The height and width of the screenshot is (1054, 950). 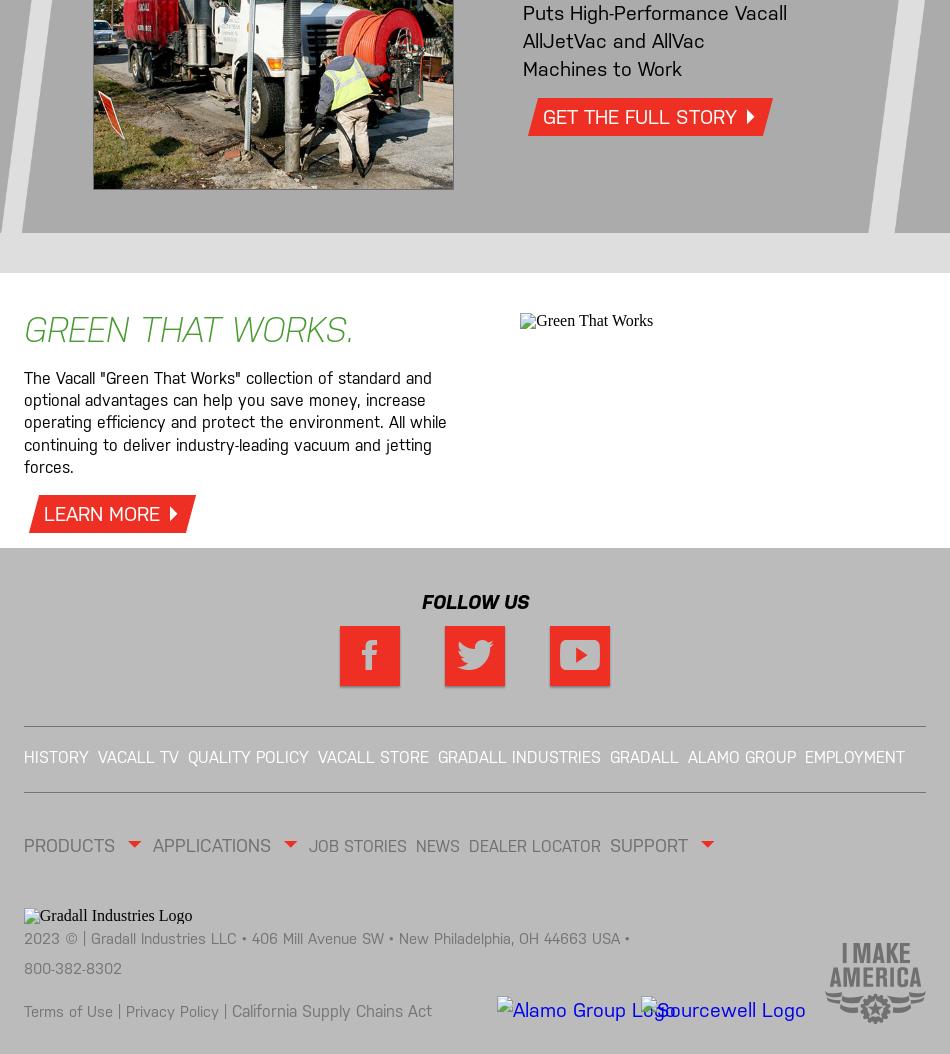 What do you see at coordinates (174, 1010) in the screenshot?
I see `'Privacy Policy'` at bounding box center [174, 1010].